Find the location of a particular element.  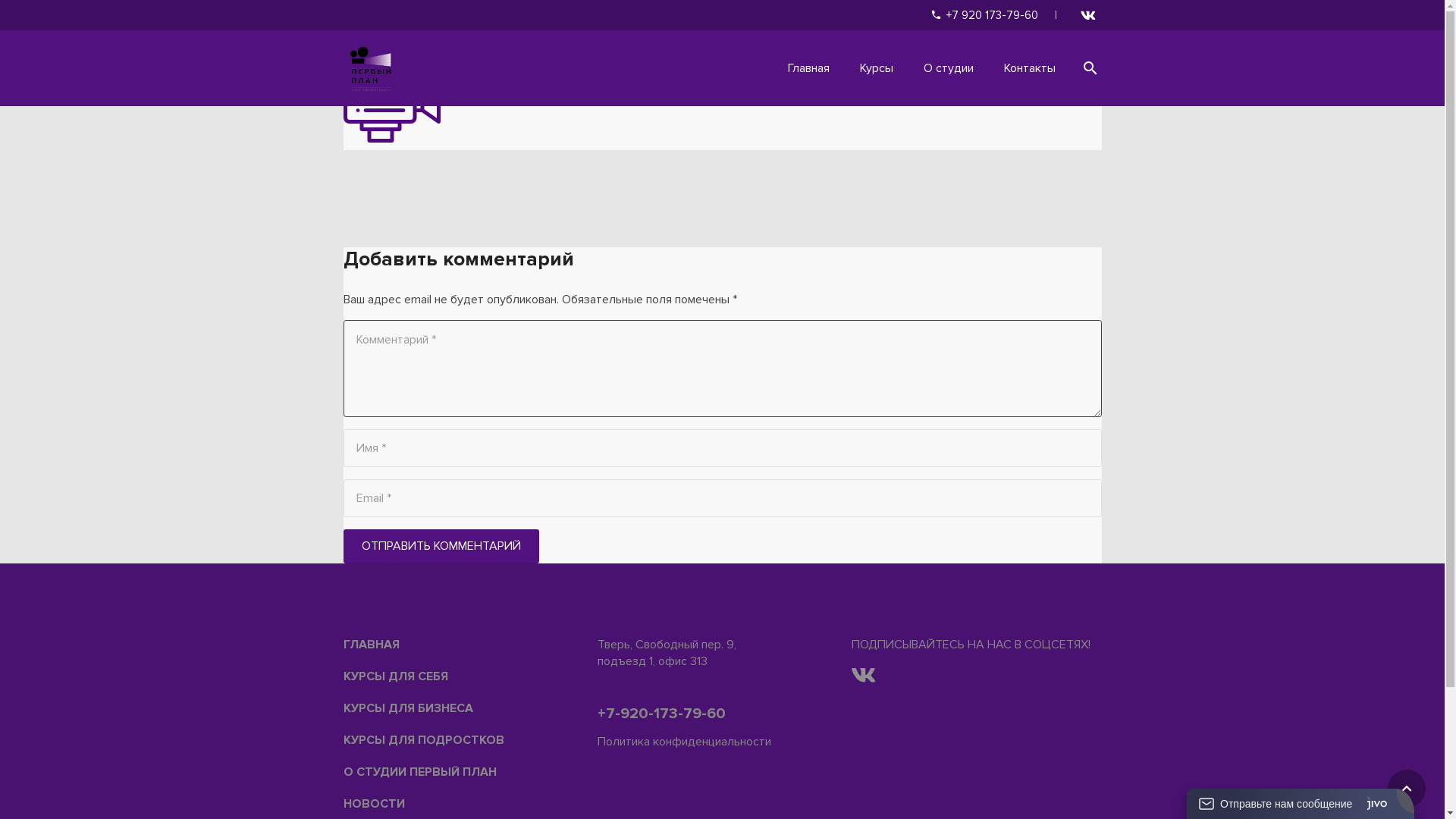

'+7-920-173-79-60' is located at coordinates (661, 714).